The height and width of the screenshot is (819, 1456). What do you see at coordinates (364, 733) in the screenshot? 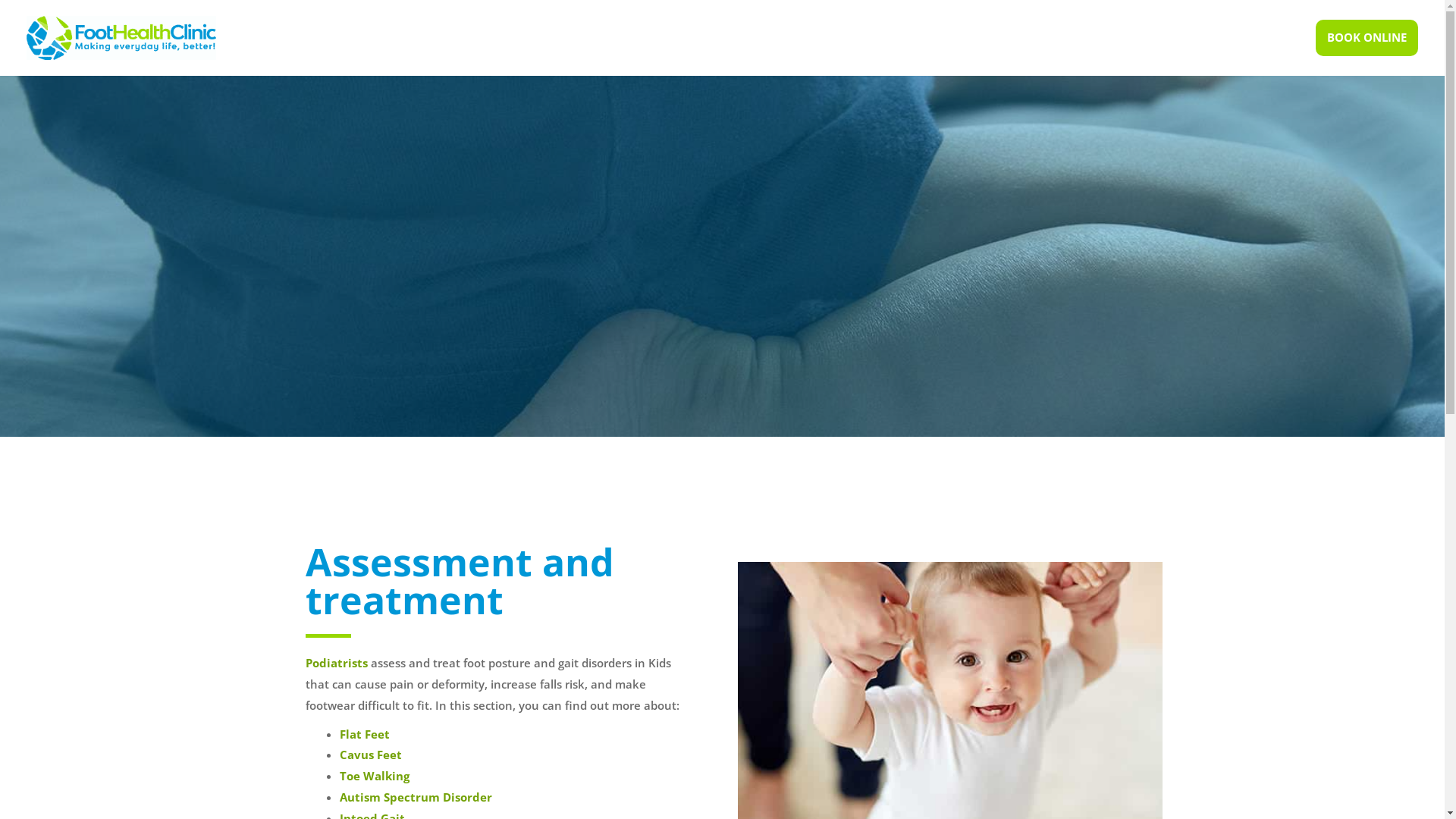
I see `'Flat Feet'` at bounding box center [364, 733].